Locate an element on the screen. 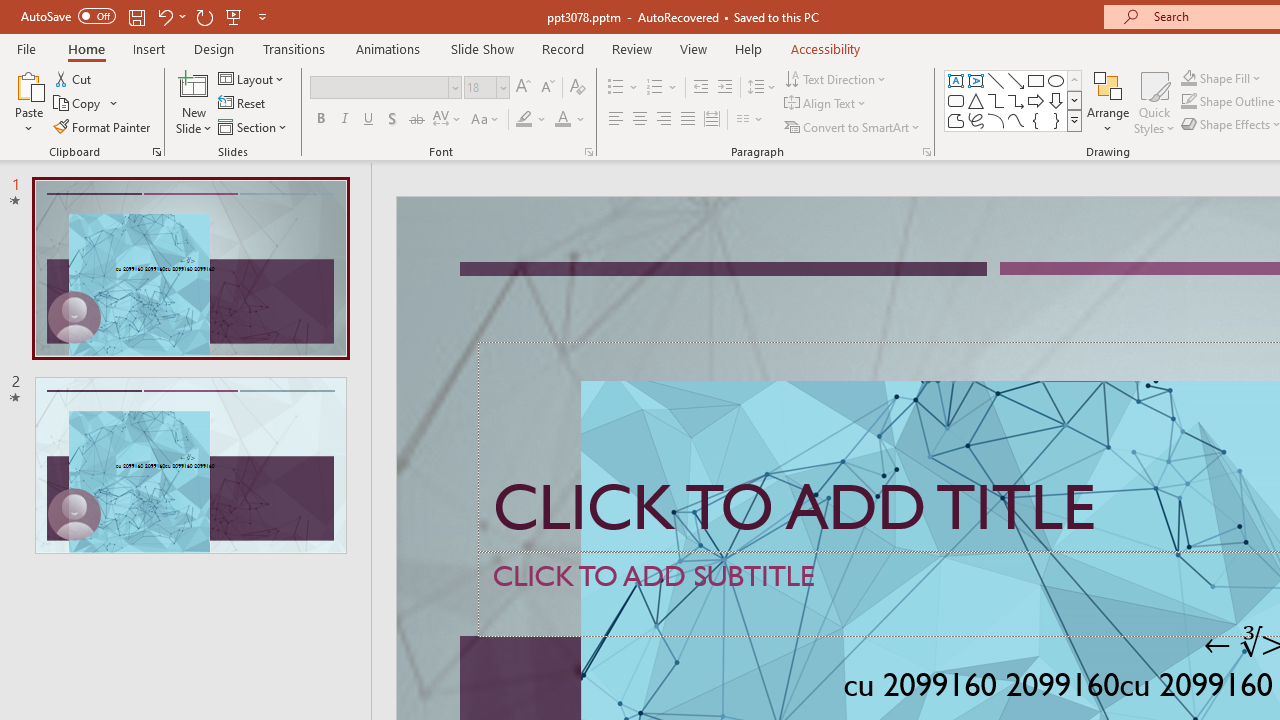  'Curve' is located at coordinates (1016, 120).